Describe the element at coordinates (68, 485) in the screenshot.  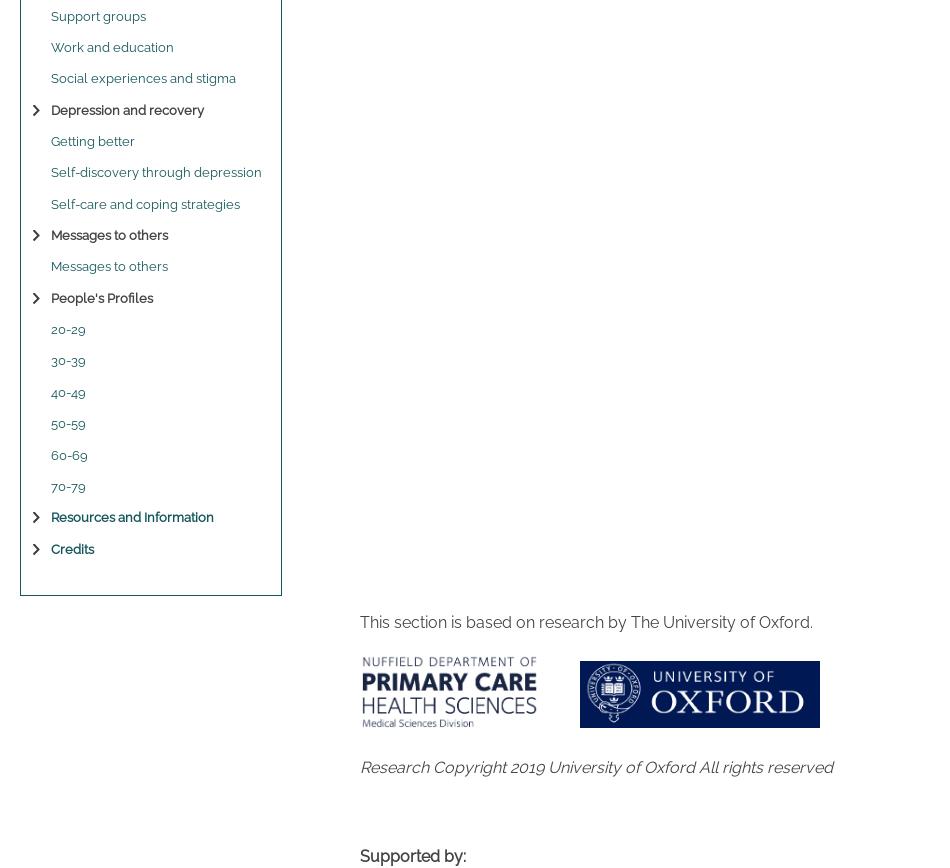
I see `'70-79'` at that location.